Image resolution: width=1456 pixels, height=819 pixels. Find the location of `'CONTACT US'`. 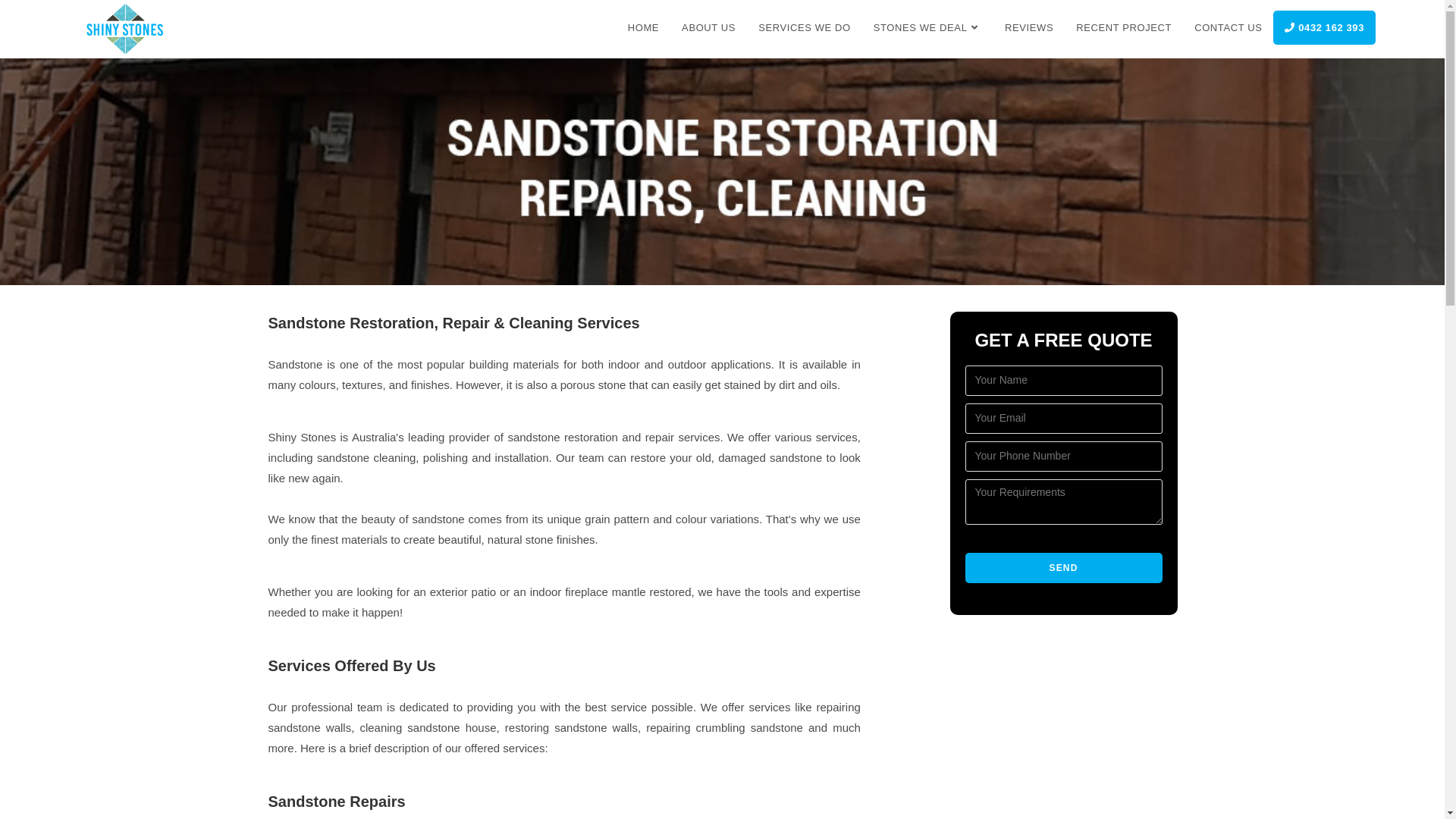

'CONTACT US' is located at coordinates (1228, 28).